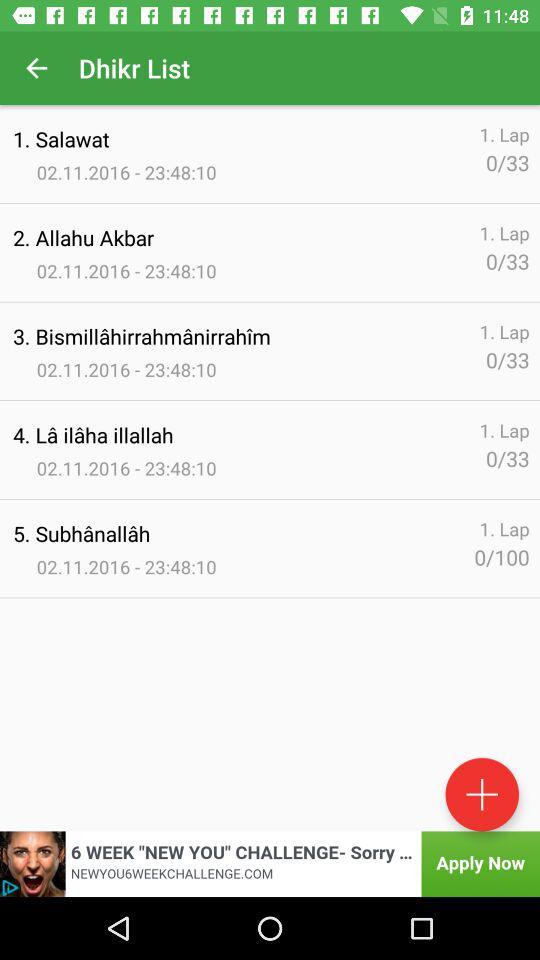 Image resolution: width=540 pixels, height=960 pixels. Describe the element at coordinates (270, 863) in the screenshot. I see `share the article` at that location.